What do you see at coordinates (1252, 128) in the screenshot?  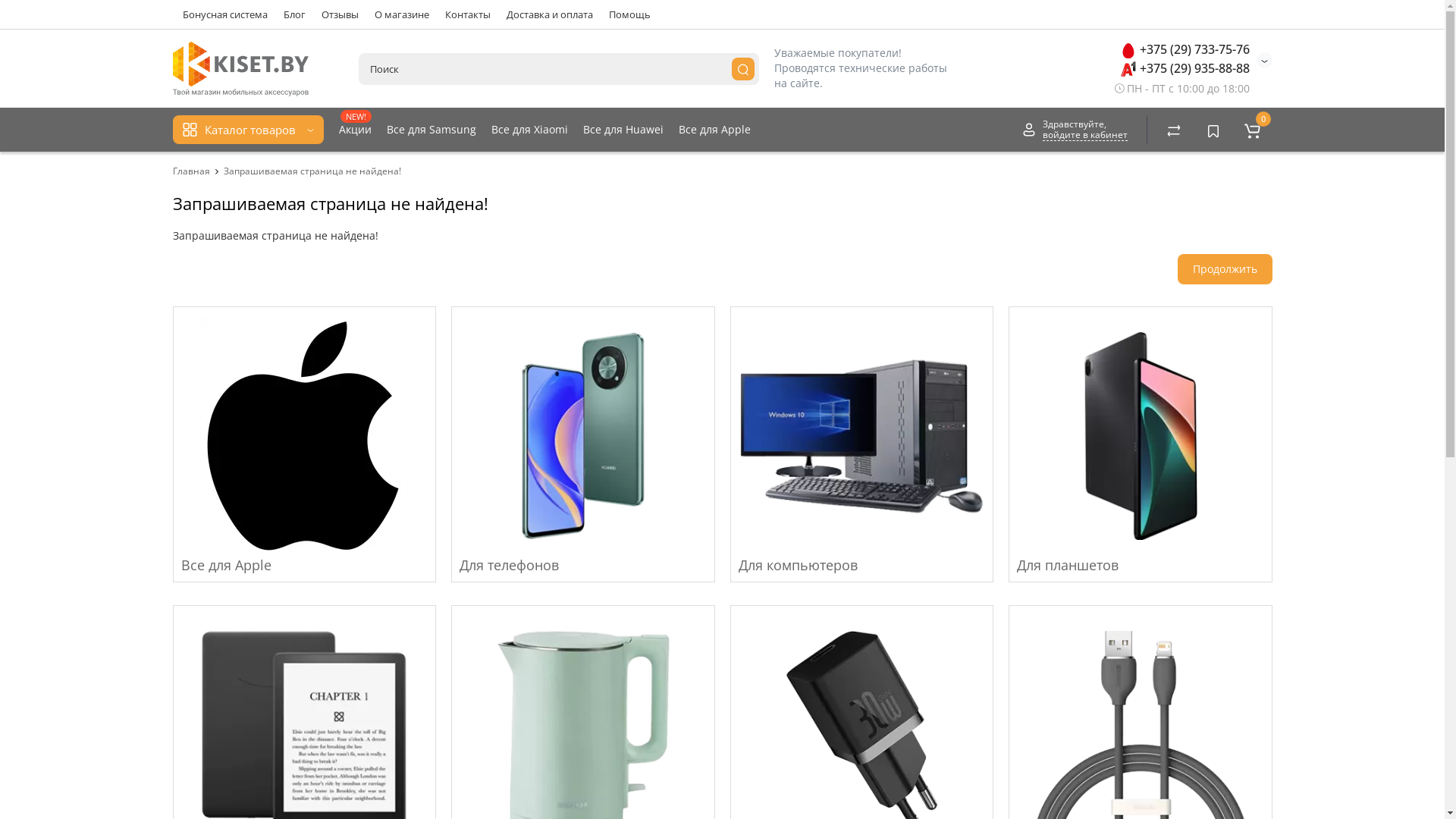 I see `'0'` at bounding box center [1252, 128].